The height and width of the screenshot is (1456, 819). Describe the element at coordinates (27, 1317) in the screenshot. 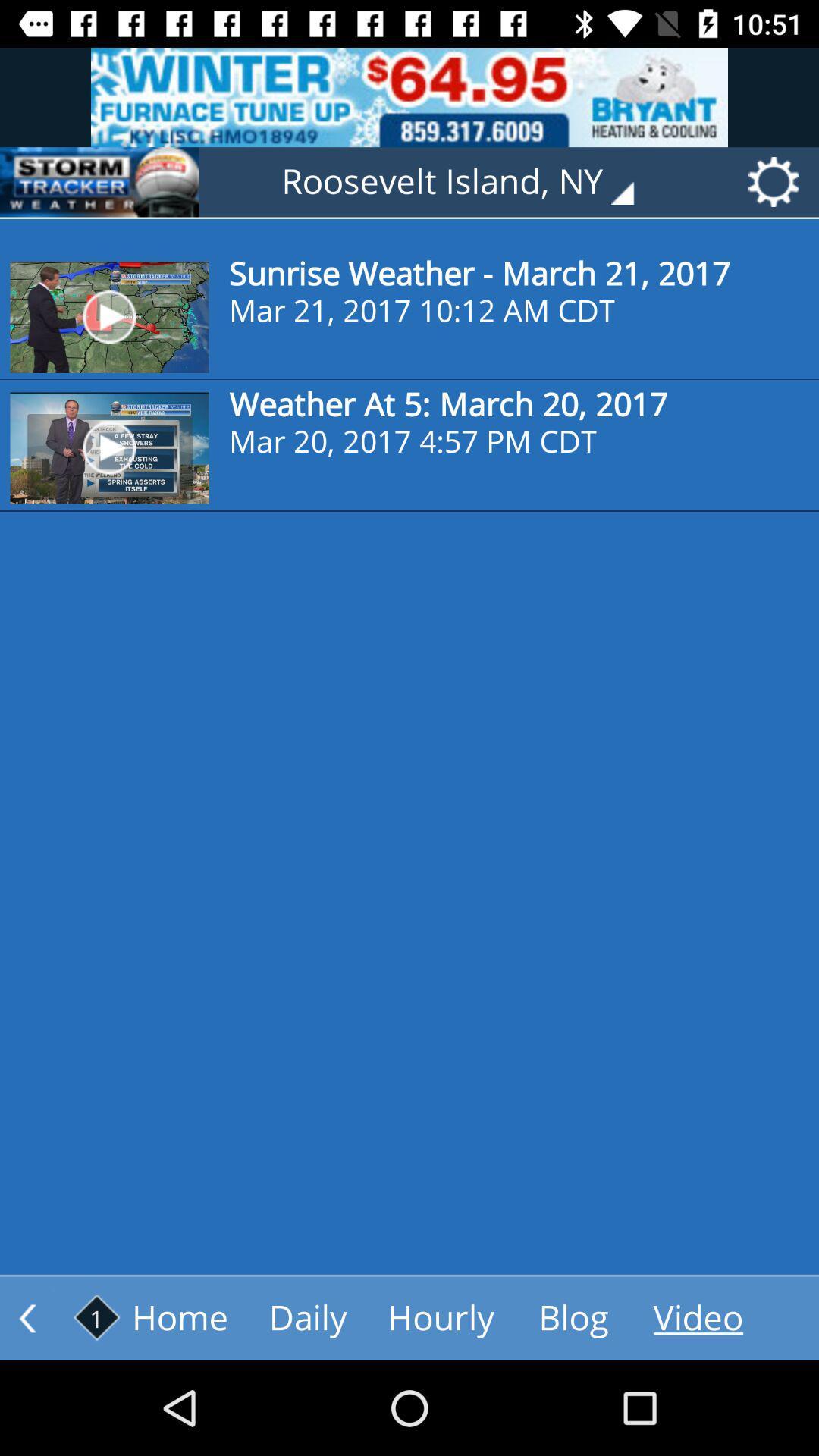

I see `to return` at that location.